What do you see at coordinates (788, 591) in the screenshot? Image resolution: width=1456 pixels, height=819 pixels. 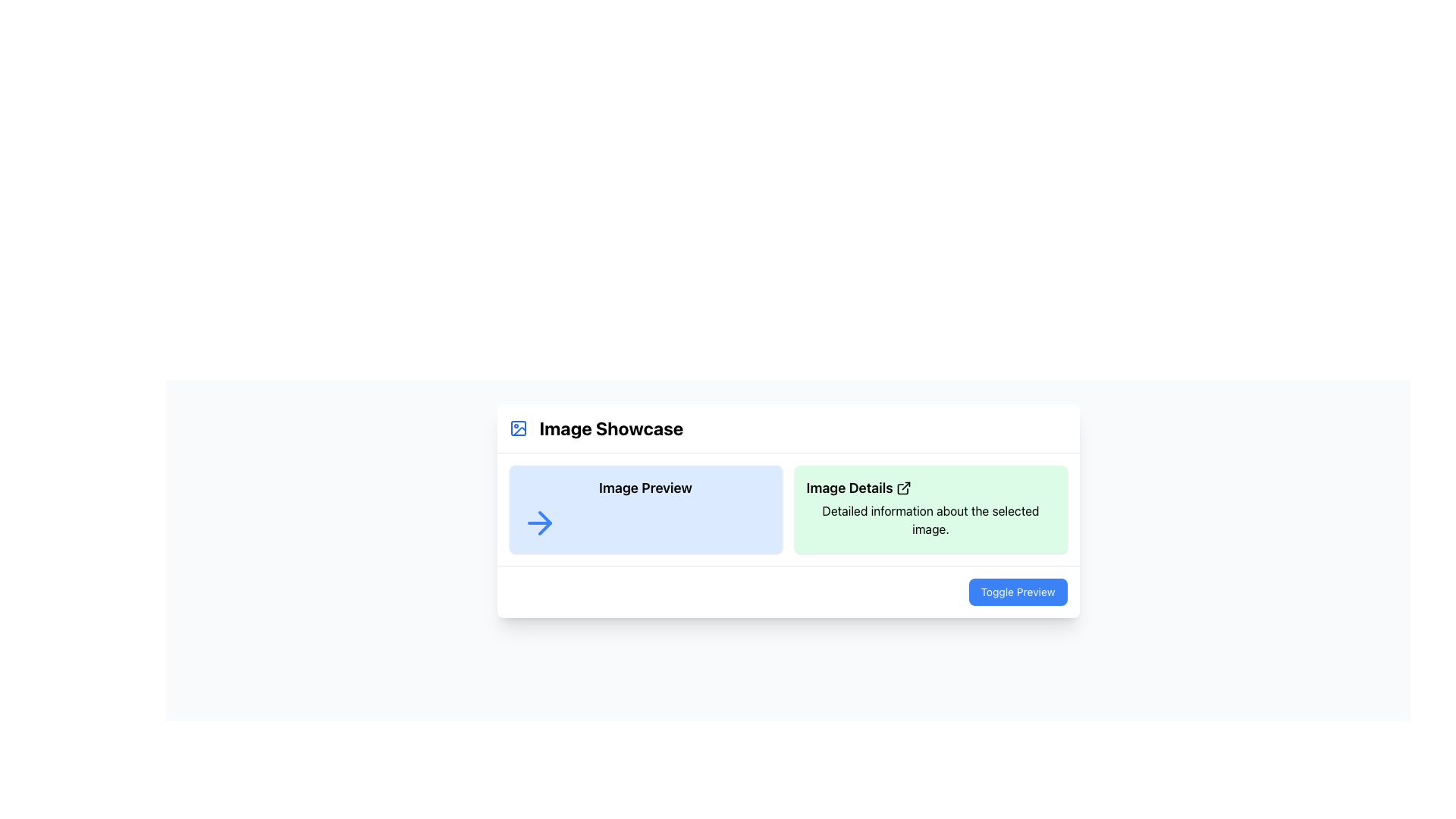 I see `the blue rectangular button with rounded edges labeled 'Toggle Preview'` at bounding box center [788, 591].